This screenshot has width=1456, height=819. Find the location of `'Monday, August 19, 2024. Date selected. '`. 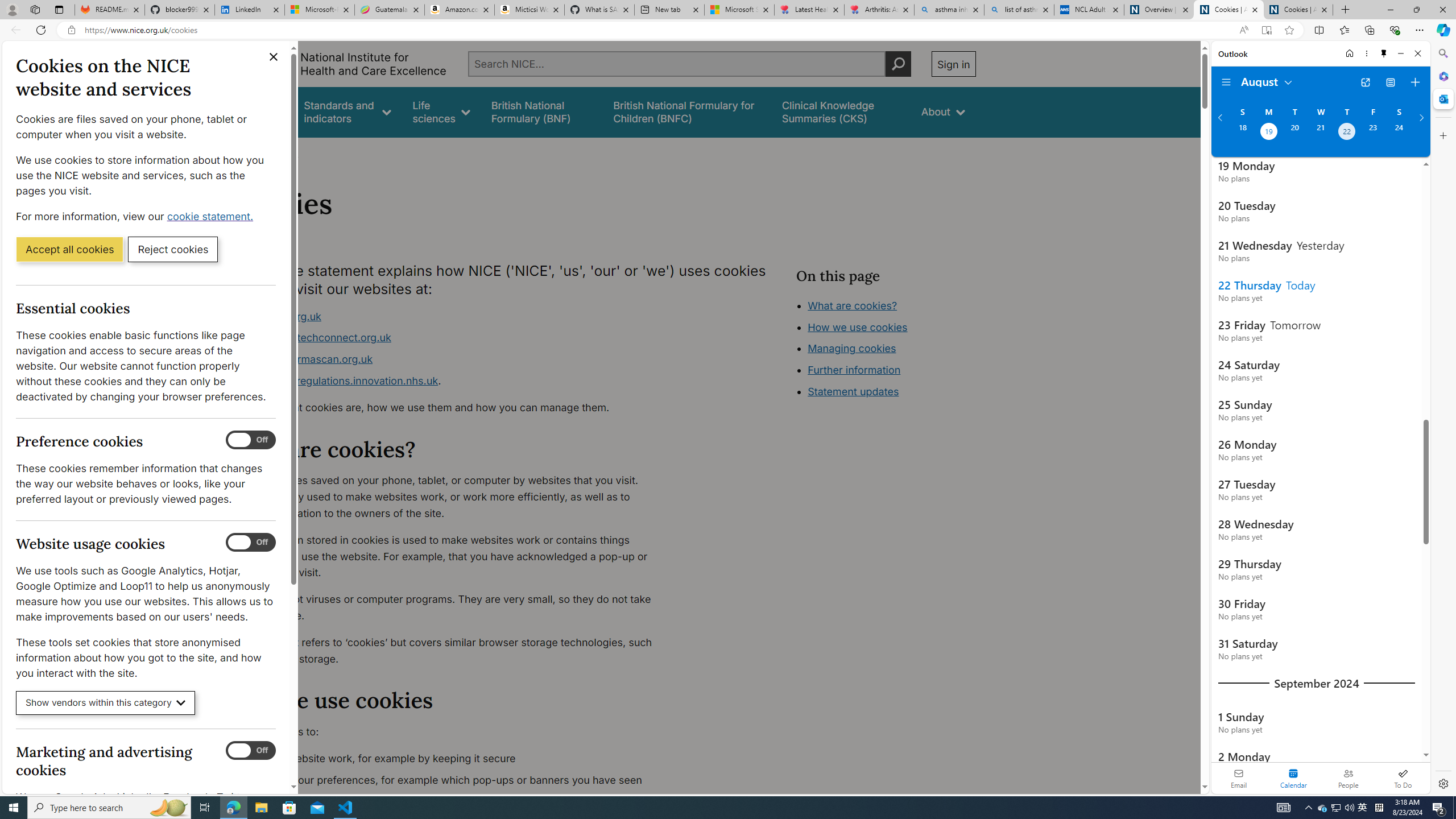

'Monday, August 19, 2024. Date selected. ' is located at coordinates (1268, 133).